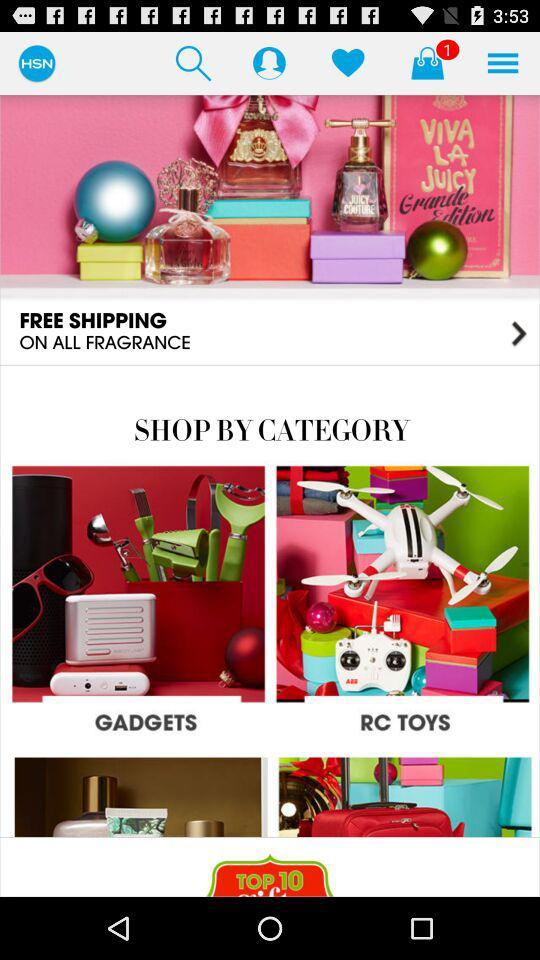  What do you see at coordinates (426, 62) in the screenshot?
I see `selected items` at bounding box center [426, 62].